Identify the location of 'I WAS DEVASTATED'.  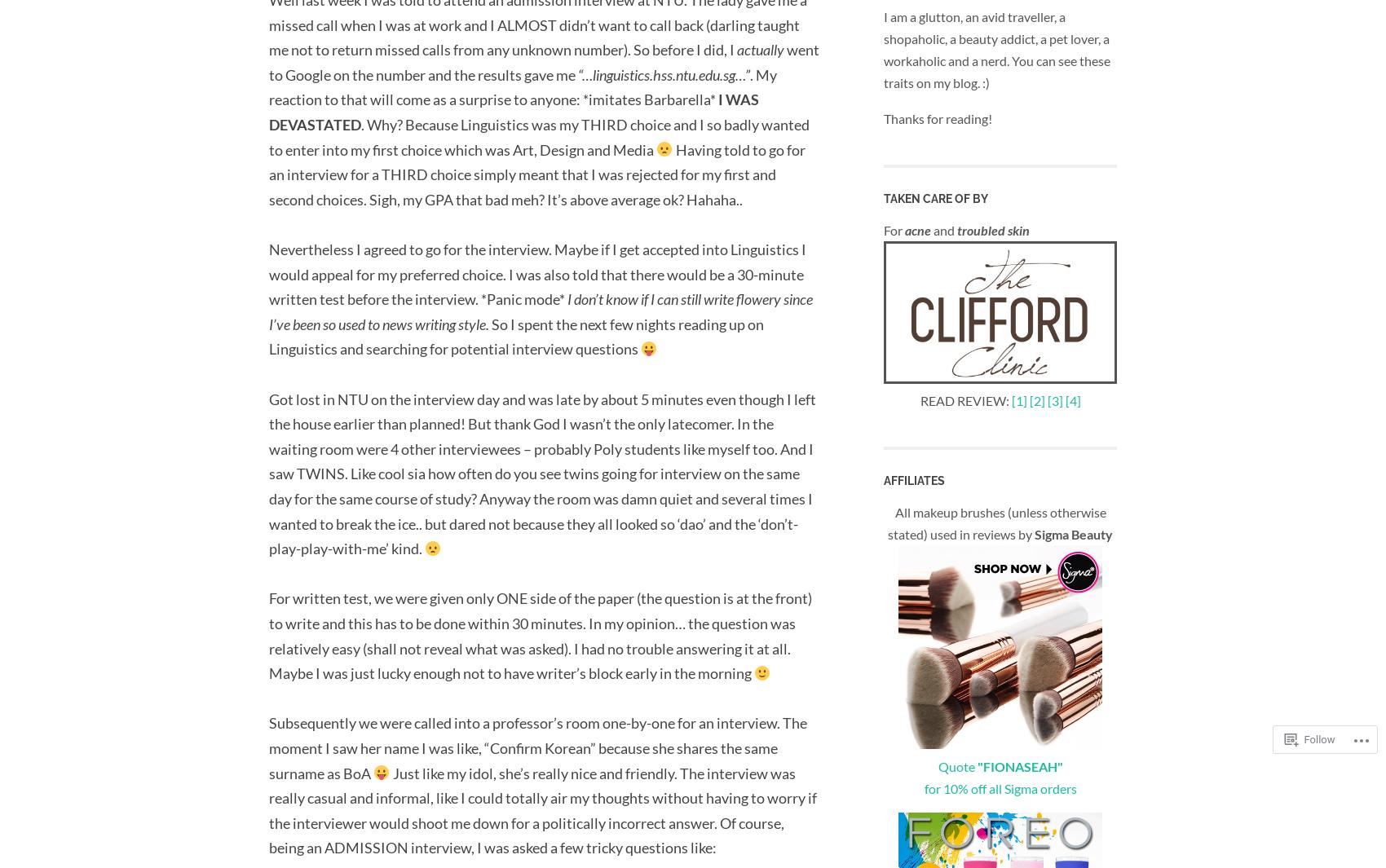
(513, 111).